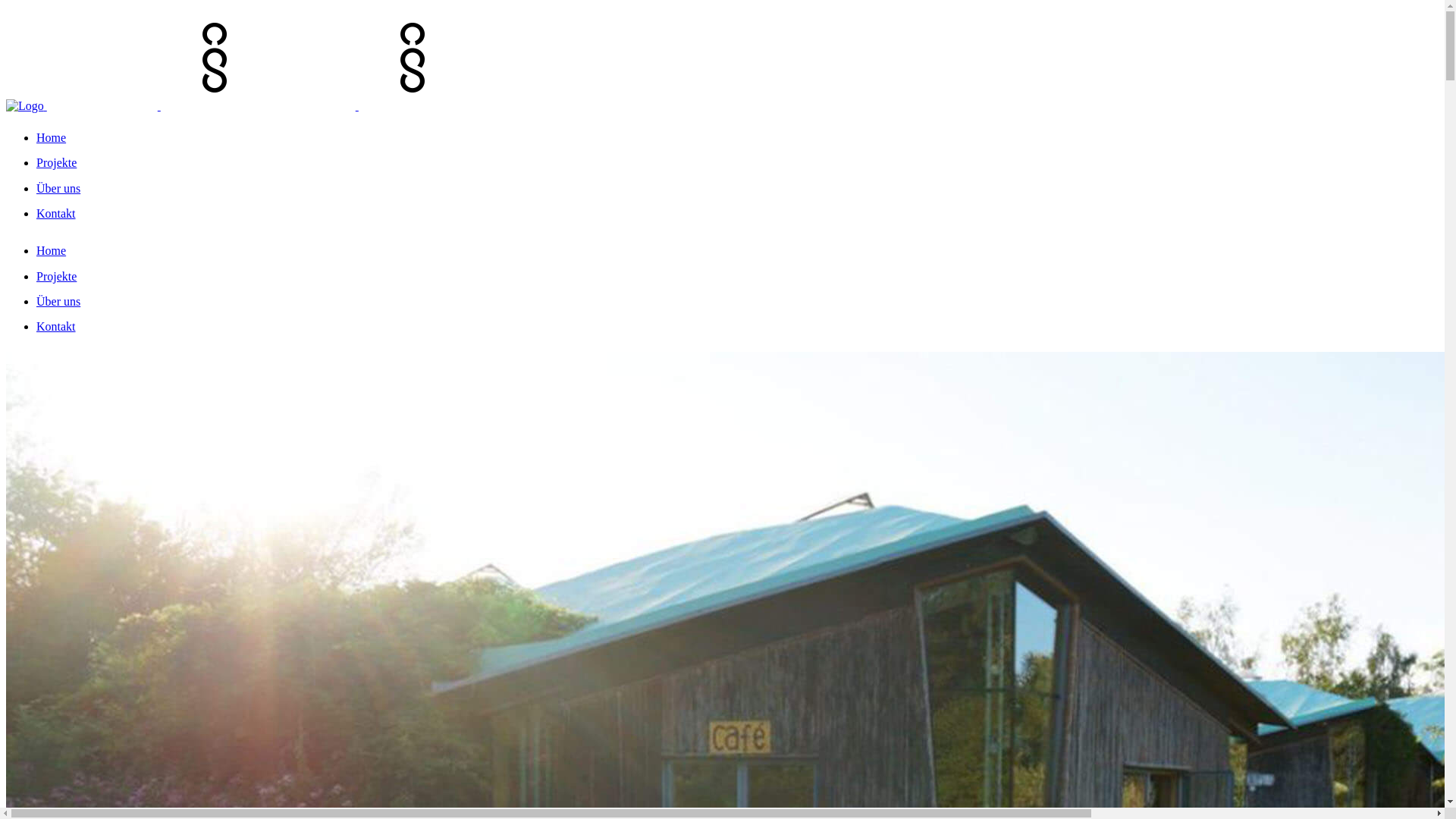 Image resolution: width=1456 pixels, height=819 pixels. I want to click on 'Projekte', so click(56, 276).